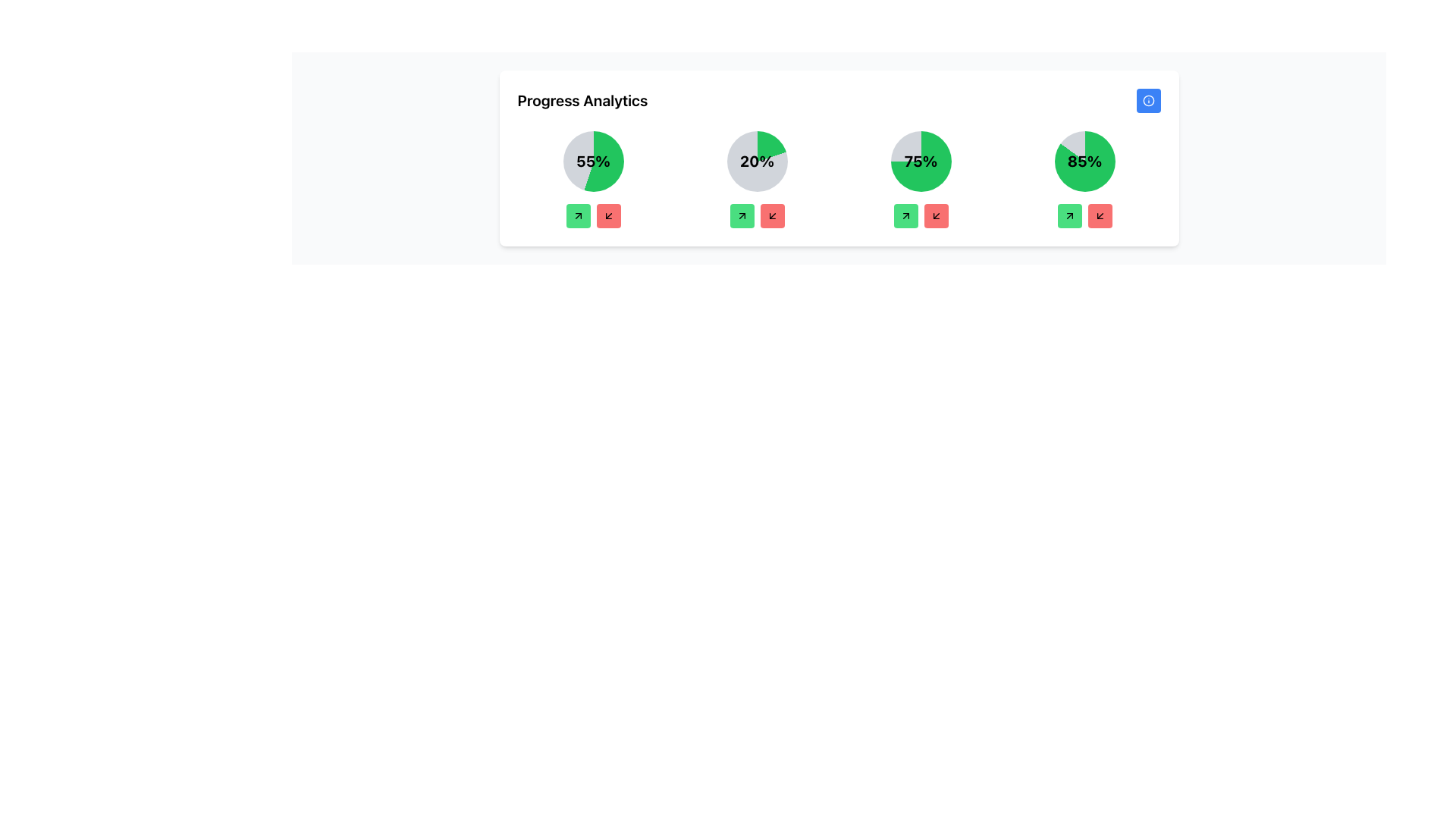 The width and height of the screenshot is (1456, 819). What do you see at coordinates (742, 216) in the screenshot?
I see `the SVG Icon styled as an arrow pointing up and to the right, which is located within a green circular button under the '20%' progress chart segment` at bounding box center [742, 216].